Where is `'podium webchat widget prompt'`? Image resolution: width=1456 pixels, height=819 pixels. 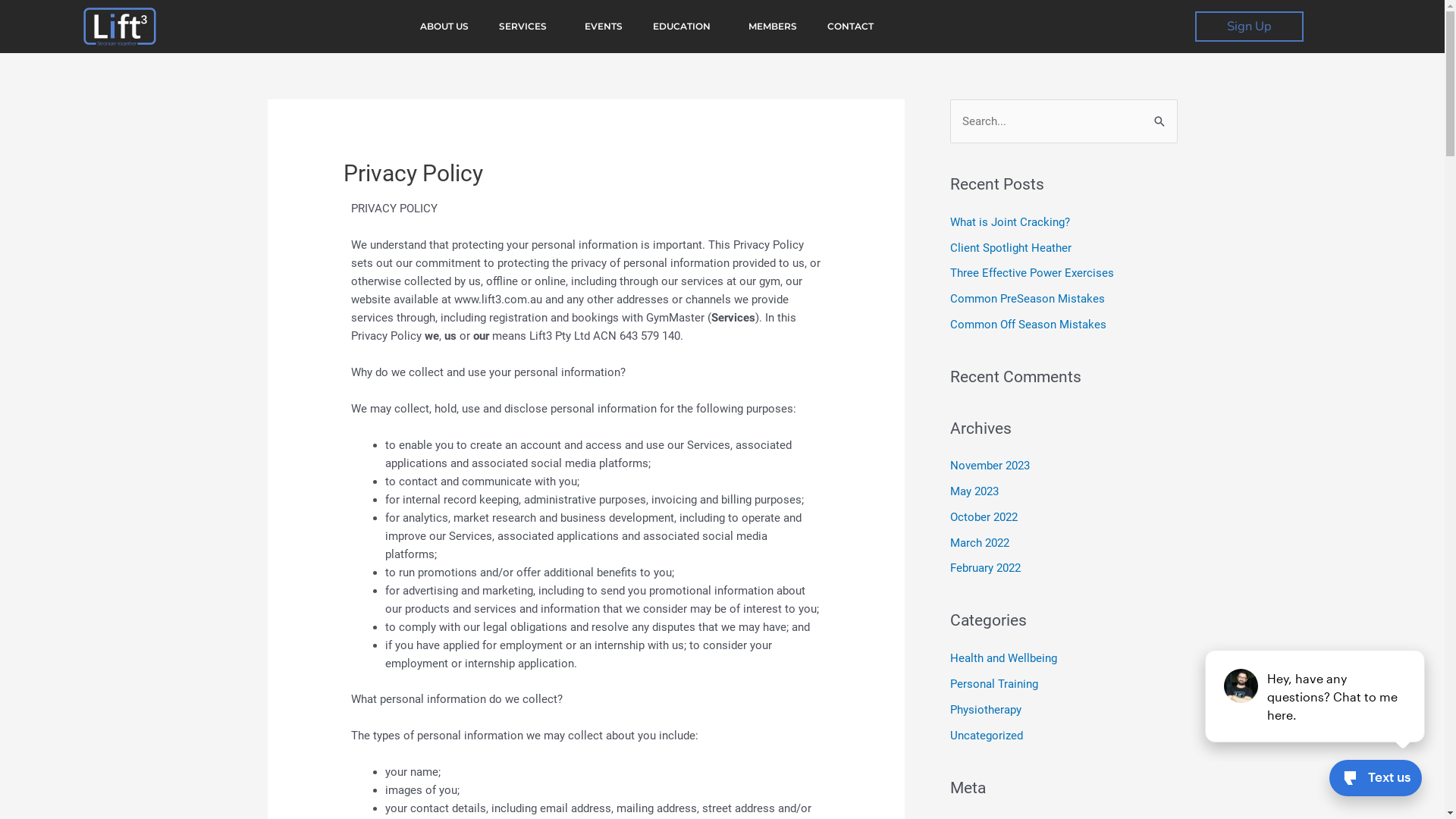 'podium webchat widget prompt' is located at coordinates (1314, 696).